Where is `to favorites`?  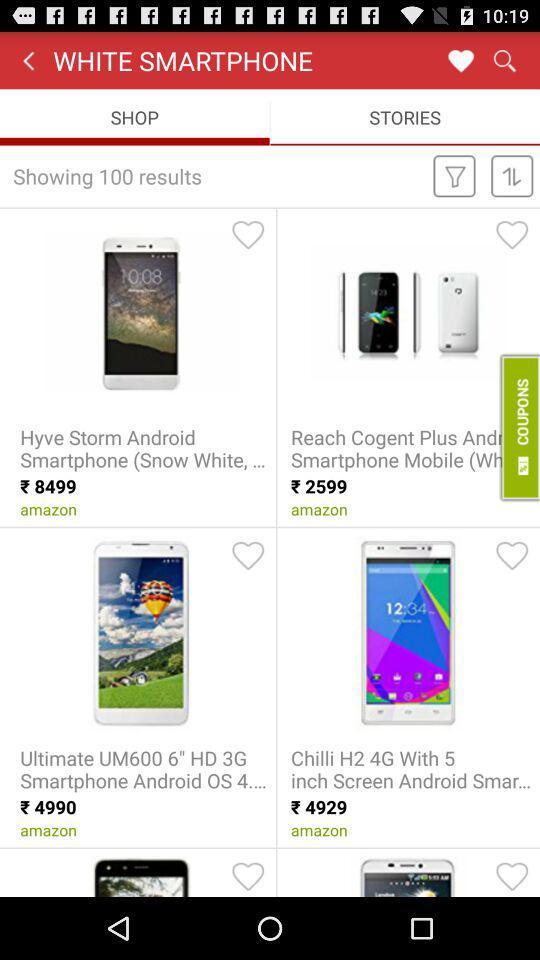
to favorites is located at coordinates (512, 555).